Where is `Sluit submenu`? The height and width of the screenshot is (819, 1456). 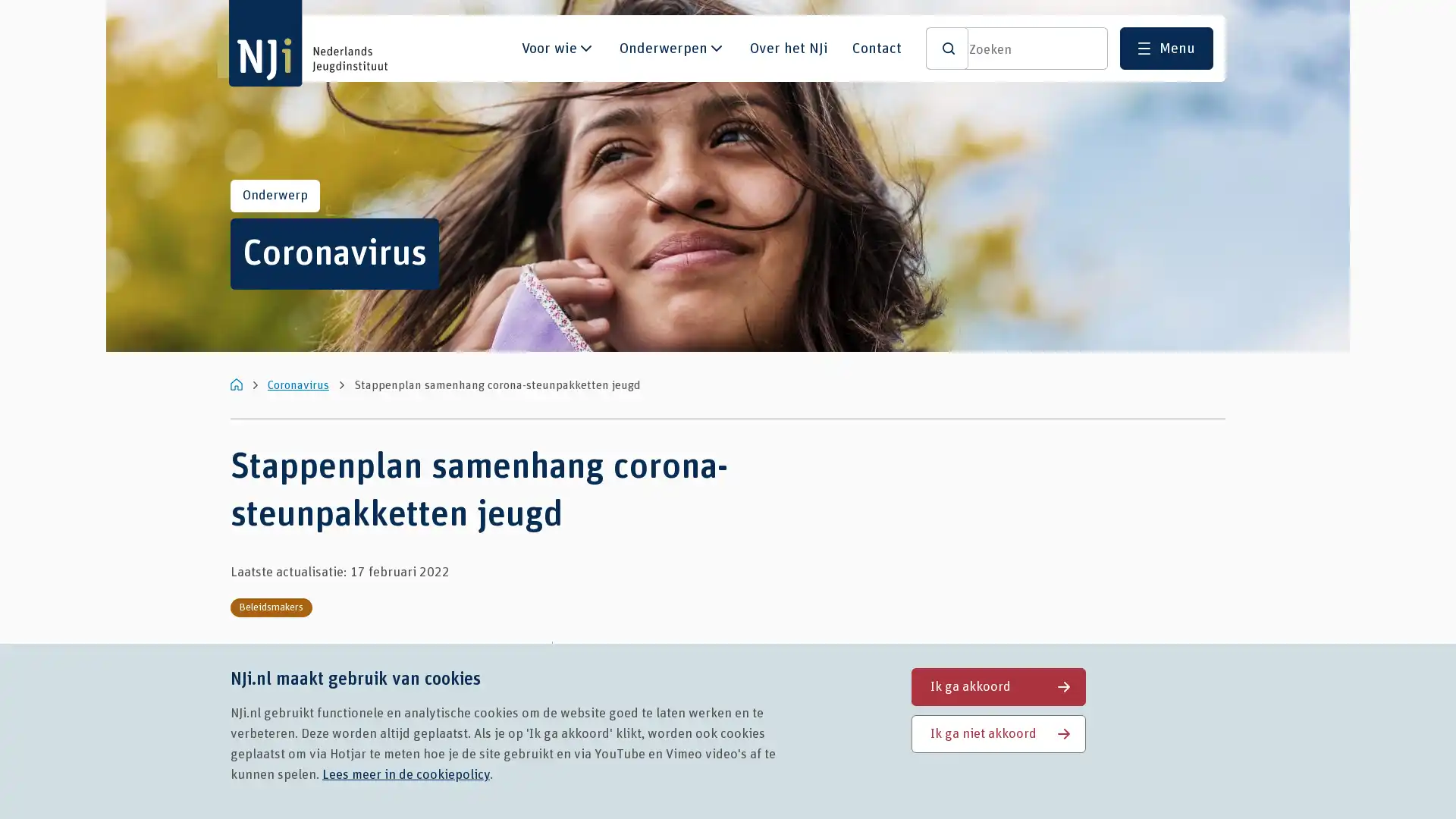 Sluit submenu is located at coordinates (716, 54).